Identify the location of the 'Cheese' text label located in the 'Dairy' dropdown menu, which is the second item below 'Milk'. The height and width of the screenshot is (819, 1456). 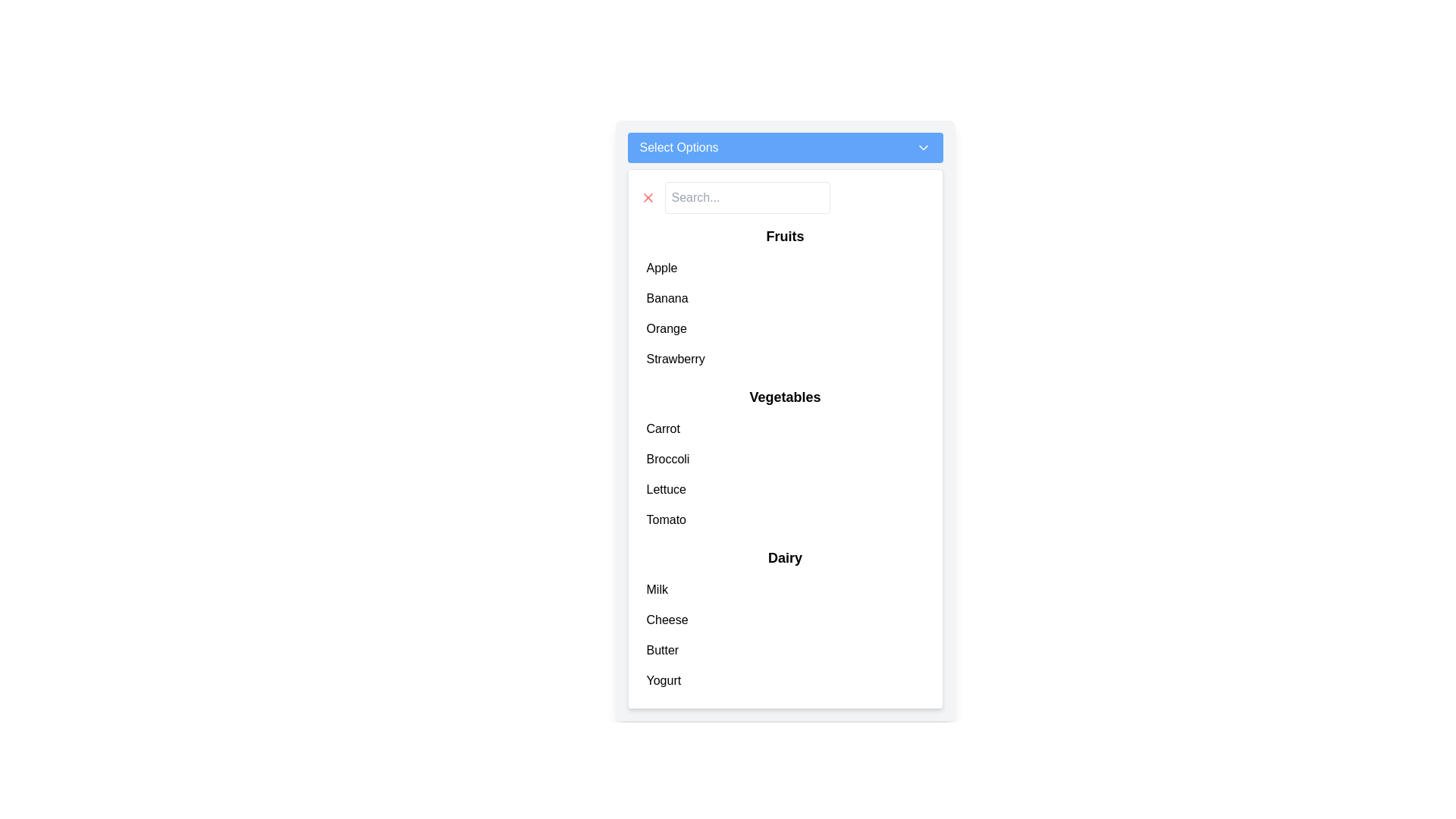
(667, 620).